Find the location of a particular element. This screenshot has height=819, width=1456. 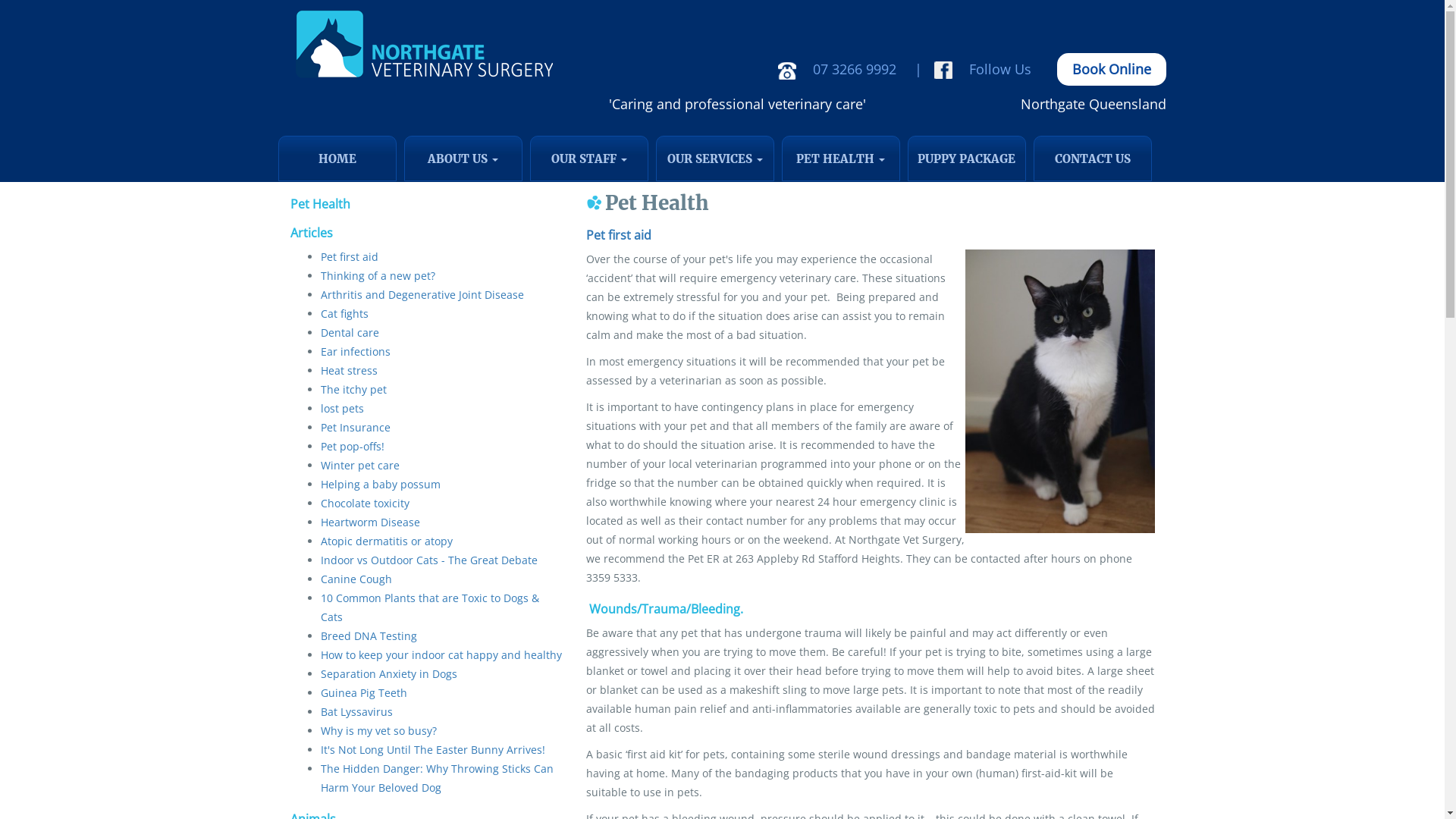

'Pet Insurance' is located at coordinates (353, 427).